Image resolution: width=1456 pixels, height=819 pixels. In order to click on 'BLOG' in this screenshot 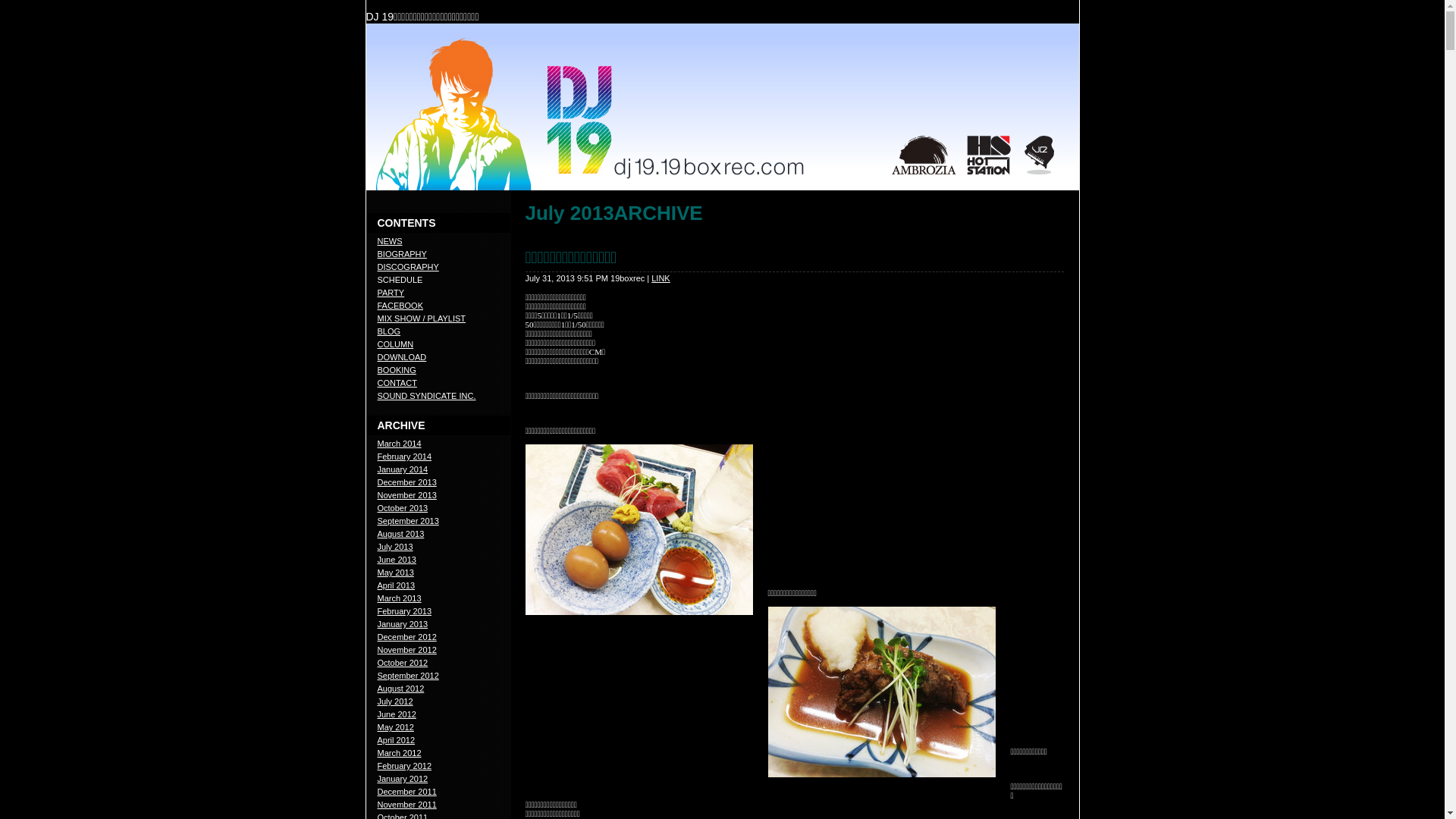, I will do `click(389, 330)`.